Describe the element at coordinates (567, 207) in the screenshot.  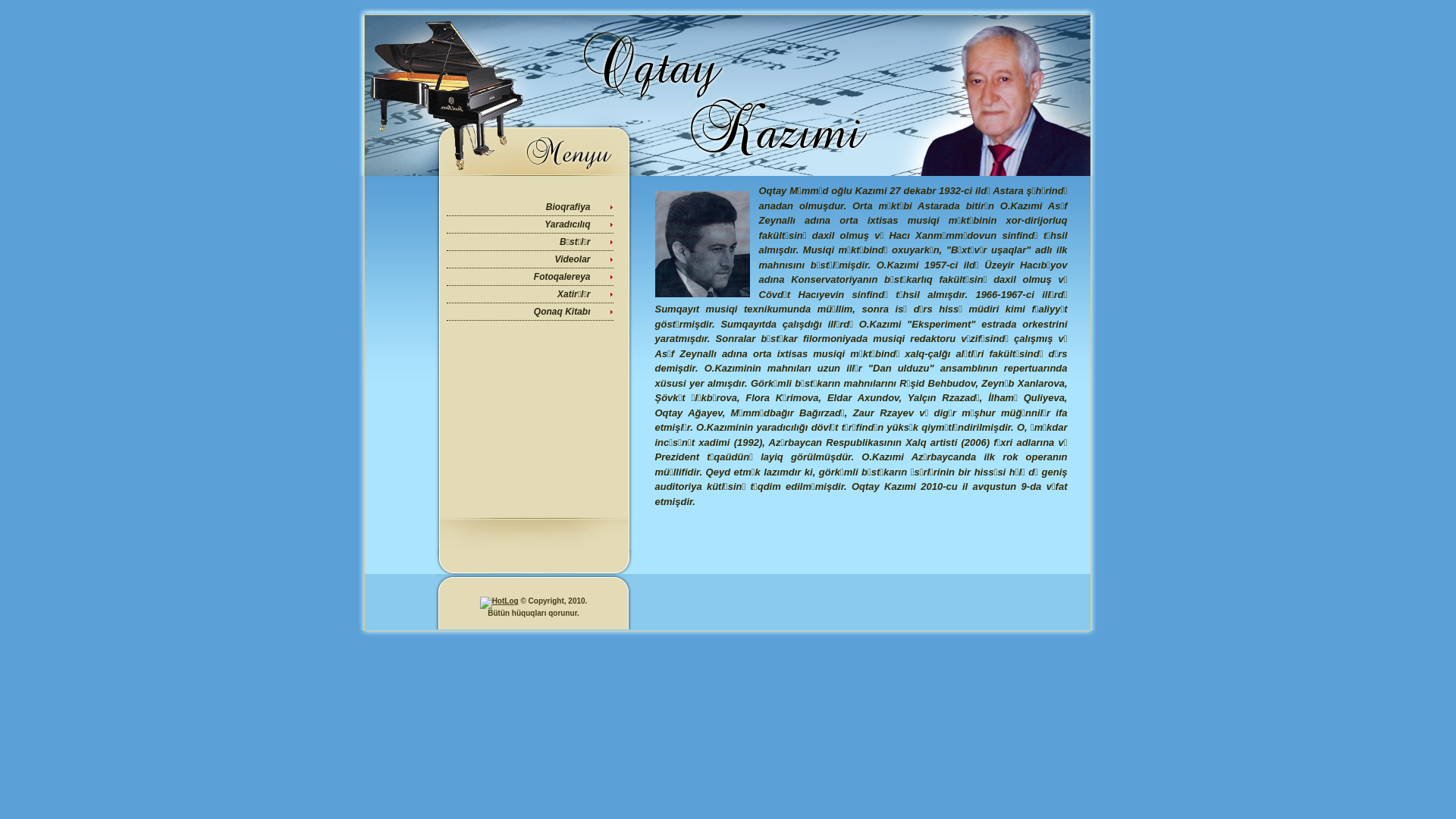
I see `'Bioqrafiya'` at that location.